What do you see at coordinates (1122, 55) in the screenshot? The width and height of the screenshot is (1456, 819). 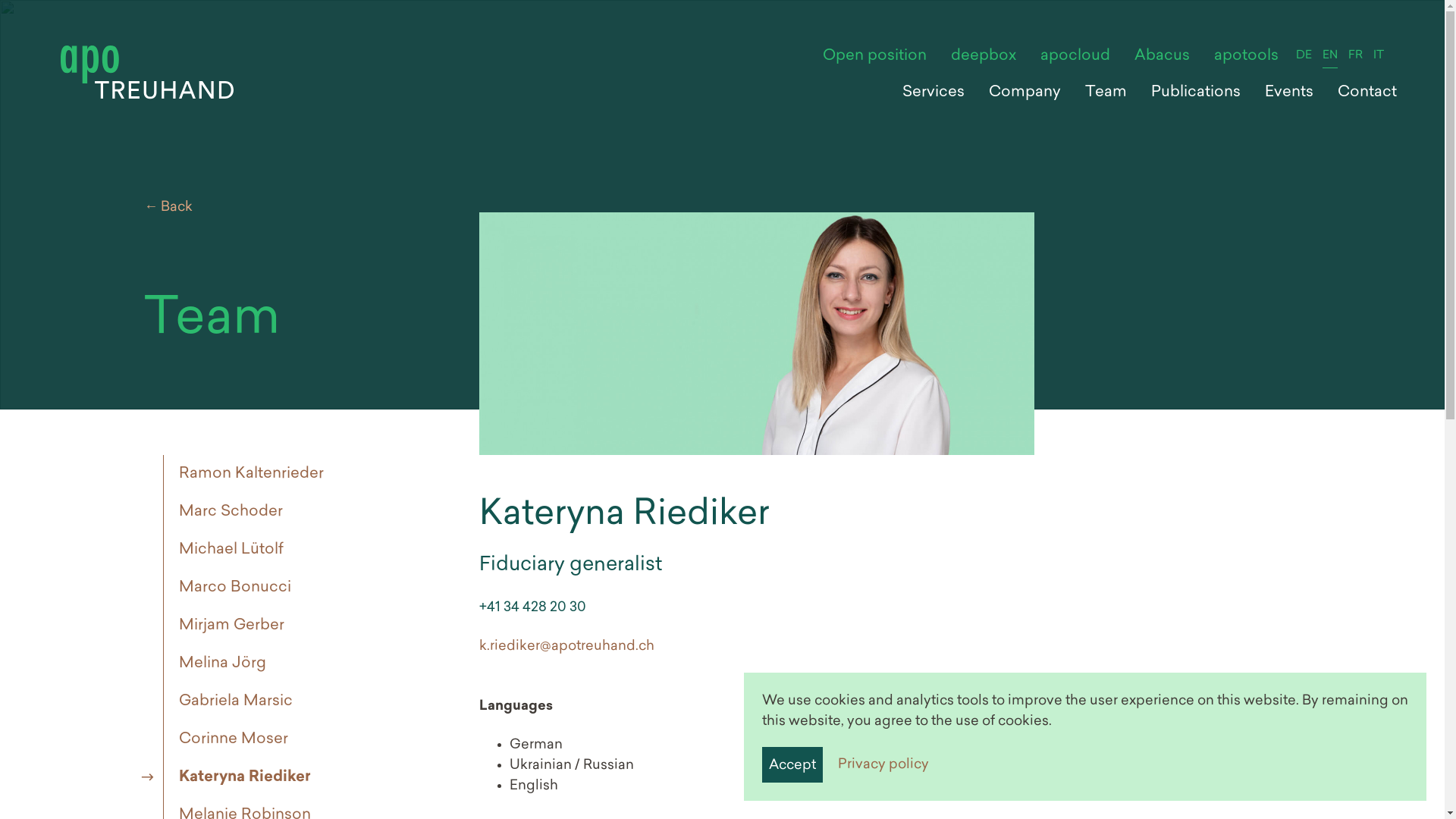 I see `'Abacus'` at bounding box center [1122, 55].